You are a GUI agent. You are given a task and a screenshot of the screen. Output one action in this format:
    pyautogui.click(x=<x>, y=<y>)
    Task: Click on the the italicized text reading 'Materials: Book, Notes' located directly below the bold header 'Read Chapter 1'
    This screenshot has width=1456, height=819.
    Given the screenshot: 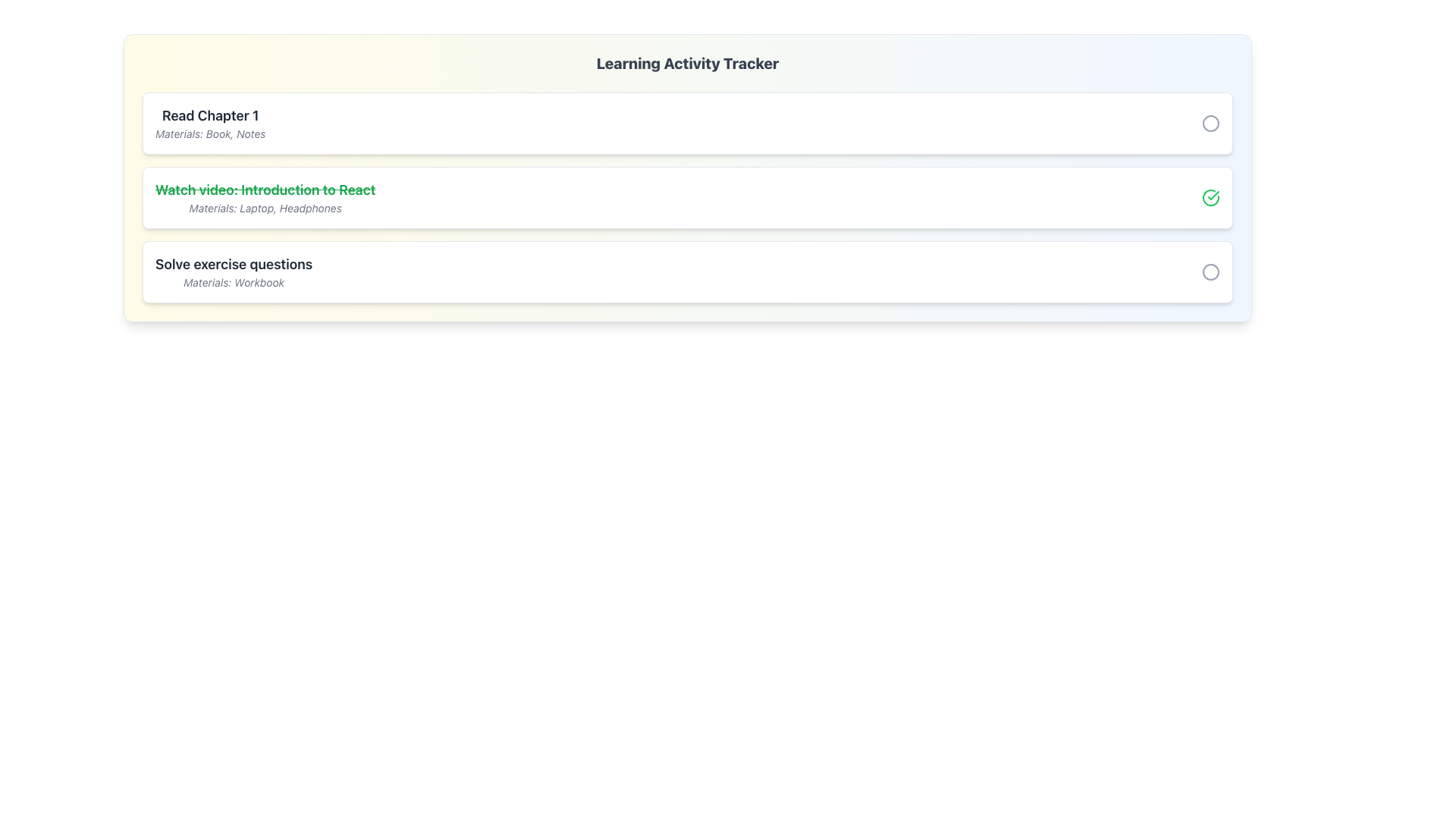 What is the action you would take?
    pyautogui.click(x=209, y=133)
    